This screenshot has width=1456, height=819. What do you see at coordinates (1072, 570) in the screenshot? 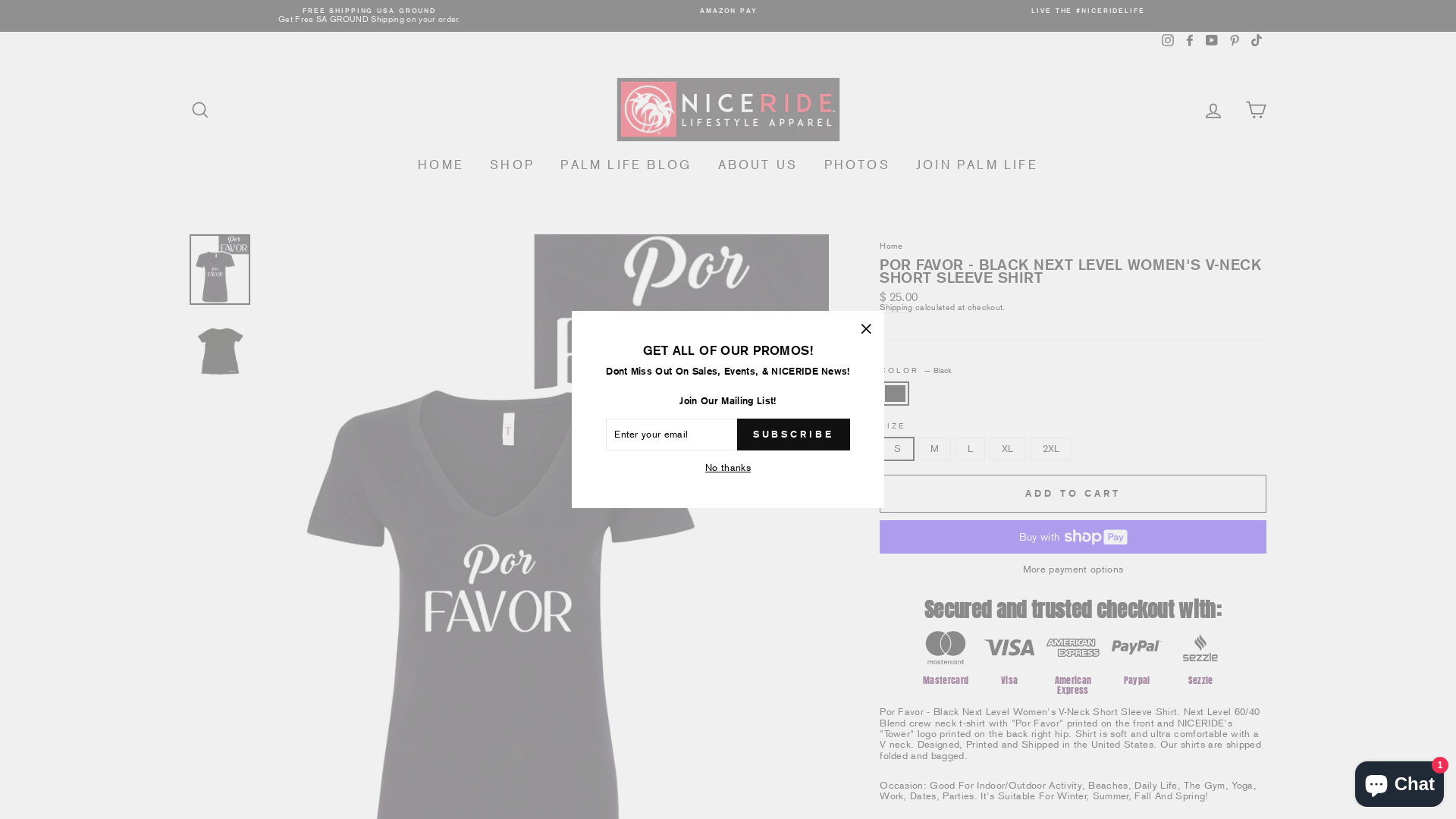
I see `'More payment options'` at bounding box center [1072, 570].